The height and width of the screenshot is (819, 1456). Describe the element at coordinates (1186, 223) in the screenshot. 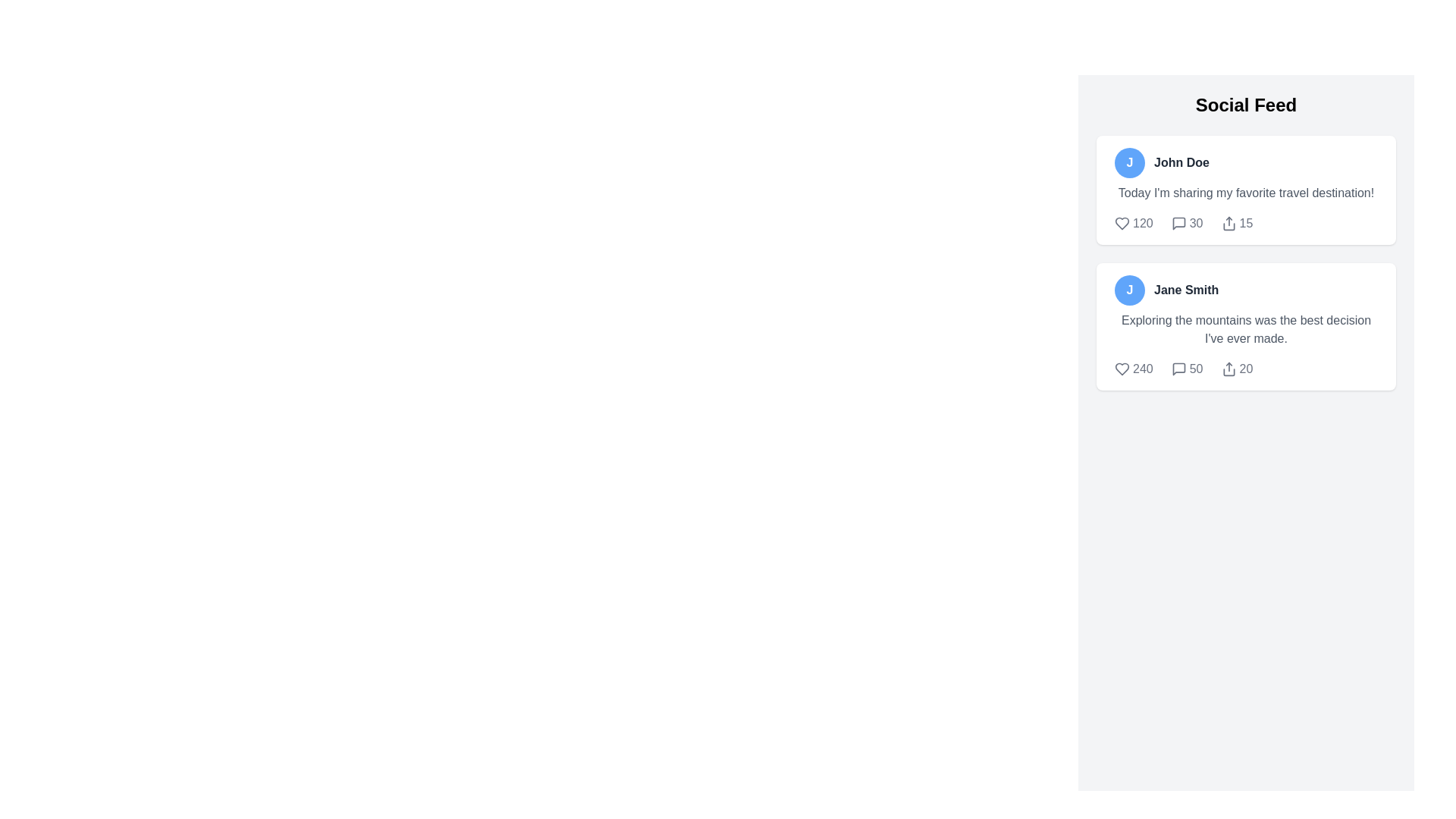

I see `the interactive display component that shows the count of comments on the first post of the social feed` at that location.